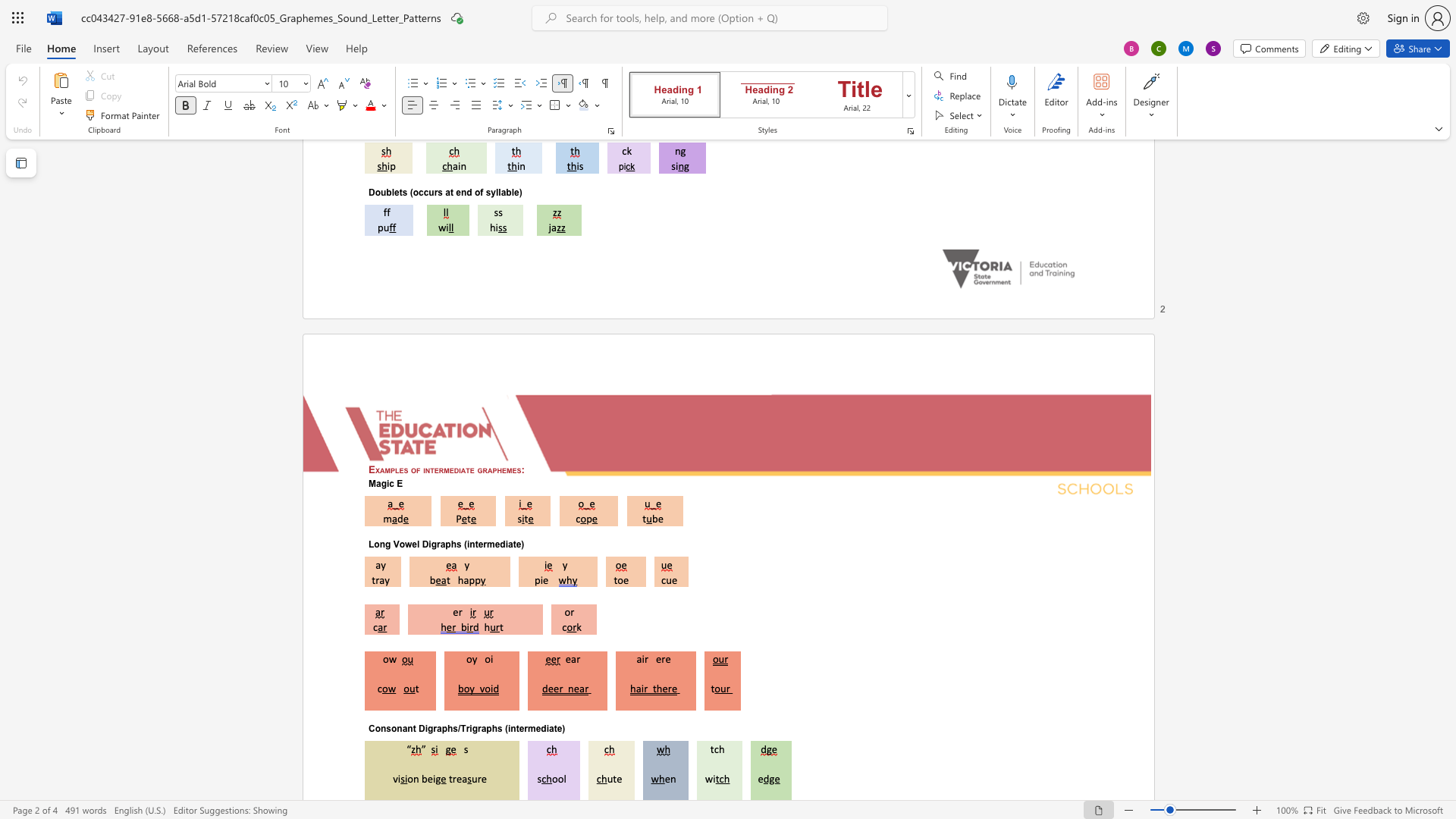 This screenshot has width=1456, height=819. Describe the element at coordinates (646, 658) in the screenshot. I see `the 1th character "r" in the text` at that location.